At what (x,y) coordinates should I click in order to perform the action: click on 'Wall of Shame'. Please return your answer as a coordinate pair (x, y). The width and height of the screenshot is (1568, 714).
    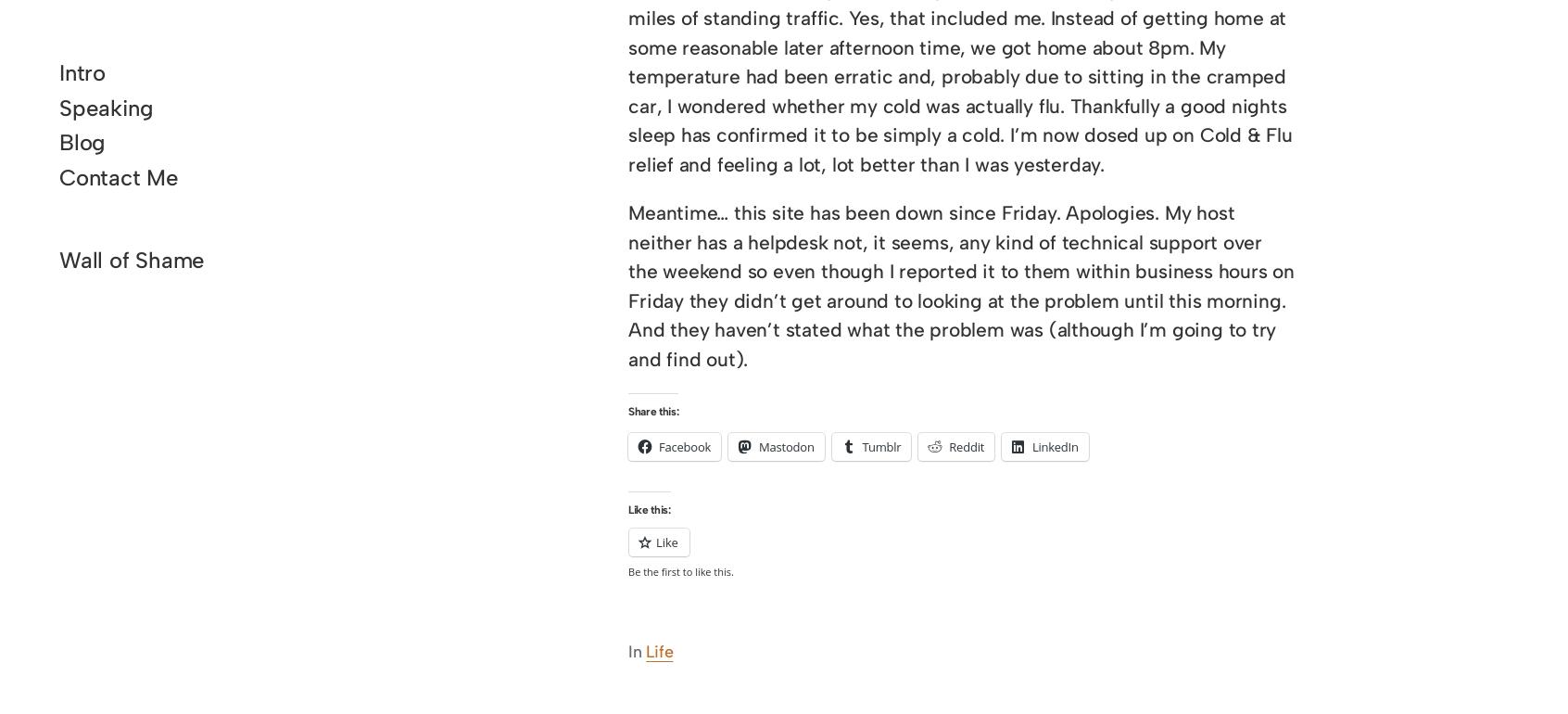
    Looking at the image, I should click on (57, 260).